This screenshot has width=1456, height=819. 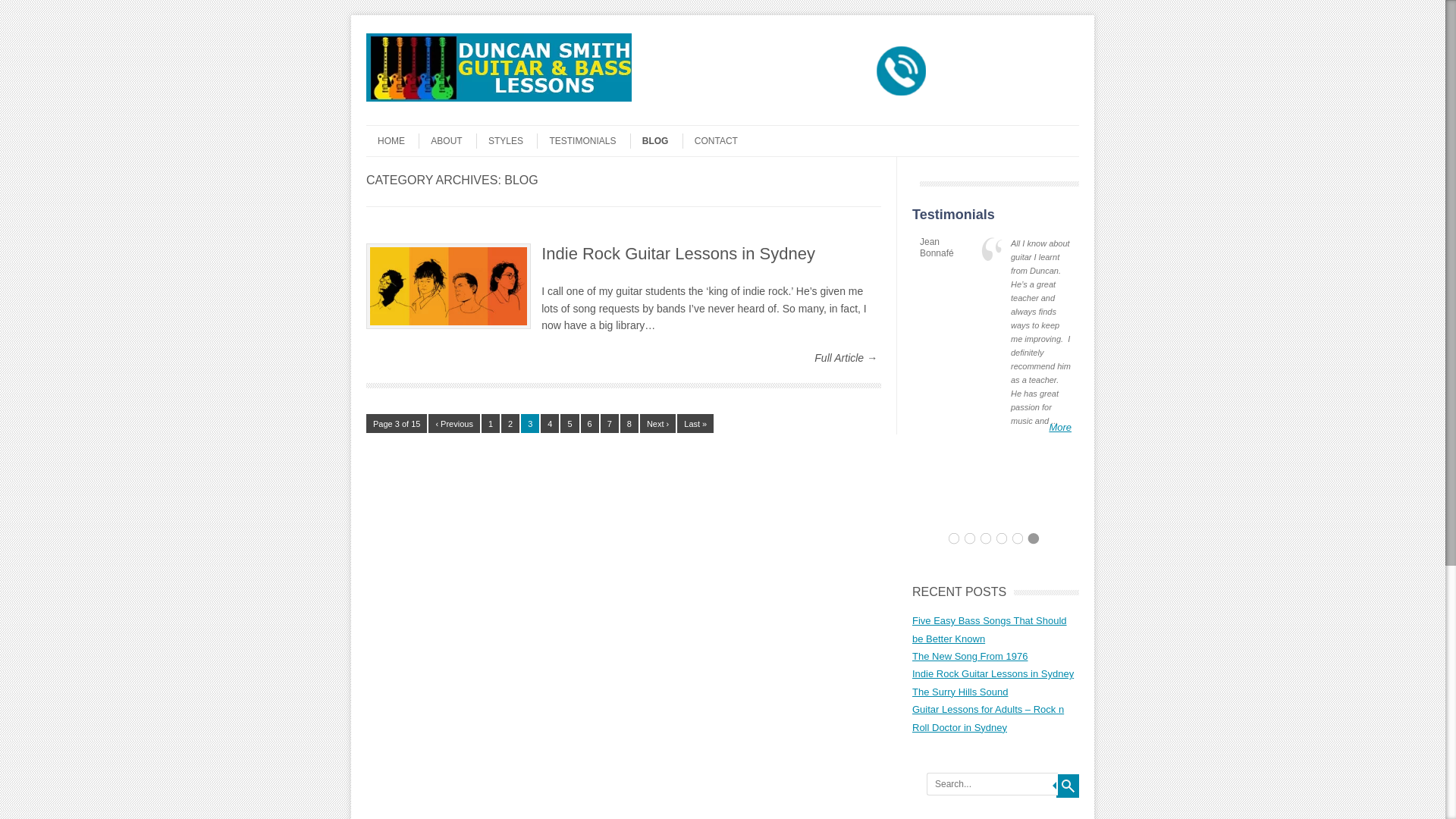 I want to click on '4', so click(x=548, y=423).